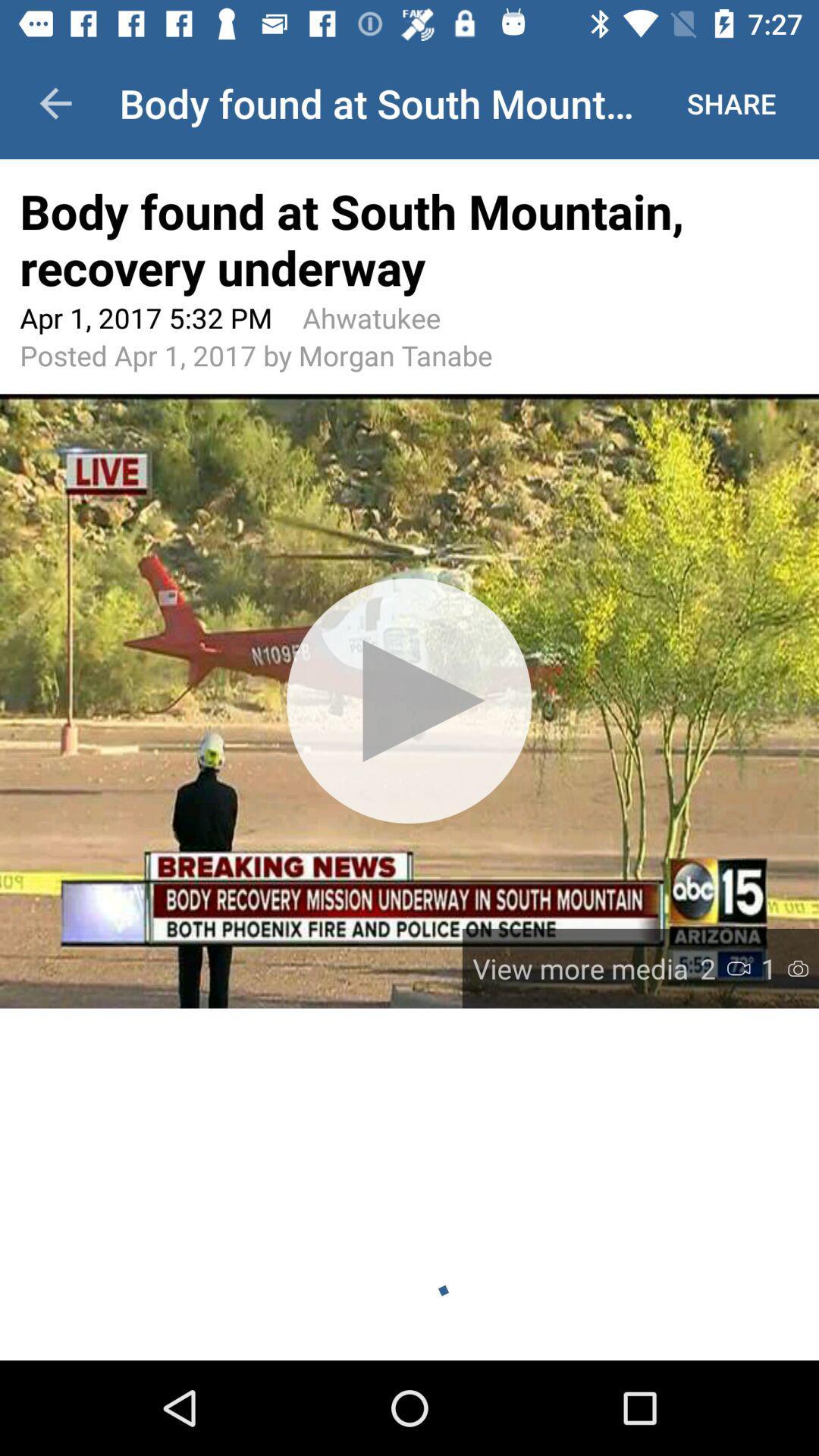 The height and width of the screenshot is (1456, 819). Describe the element at coordinates (730, 102) in the screenshot. I see `the share at the top right corner` at that location.